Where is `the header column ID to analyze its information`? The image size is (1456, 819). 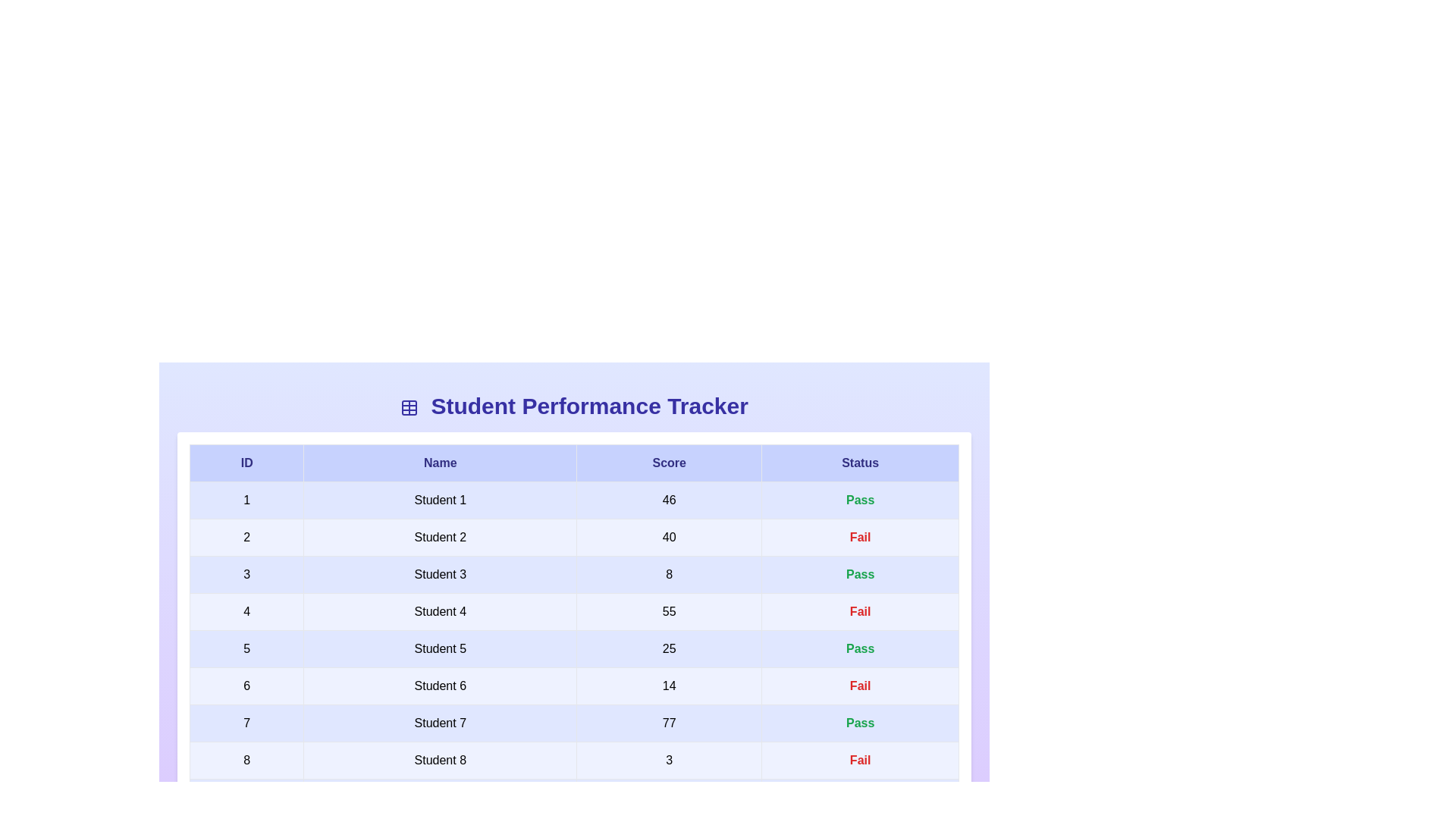
the header column ID to analyze its information is located at coordinates (246, 462).